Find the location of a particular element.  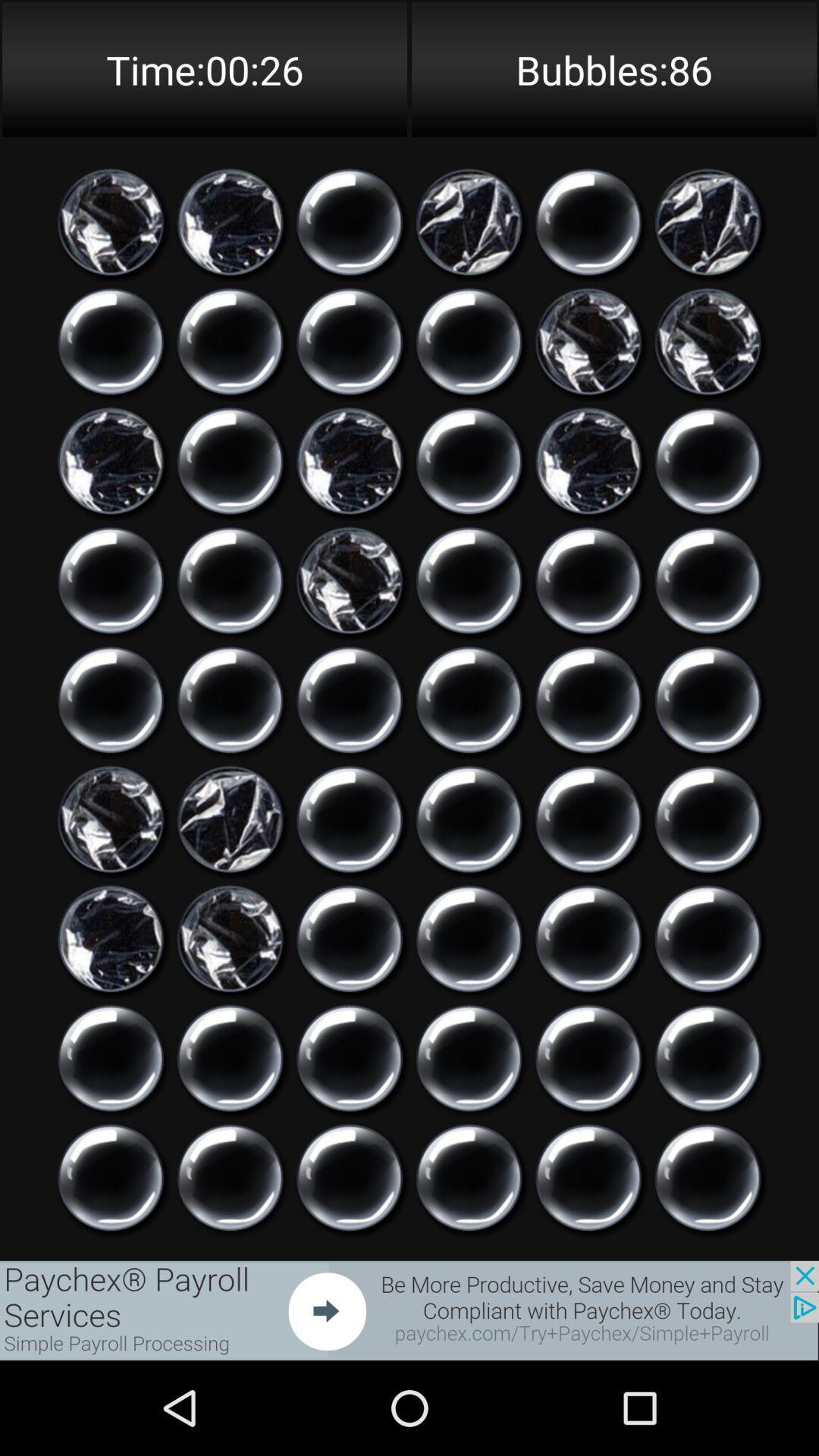

click on bubble is located at coordinates (708, 1057).